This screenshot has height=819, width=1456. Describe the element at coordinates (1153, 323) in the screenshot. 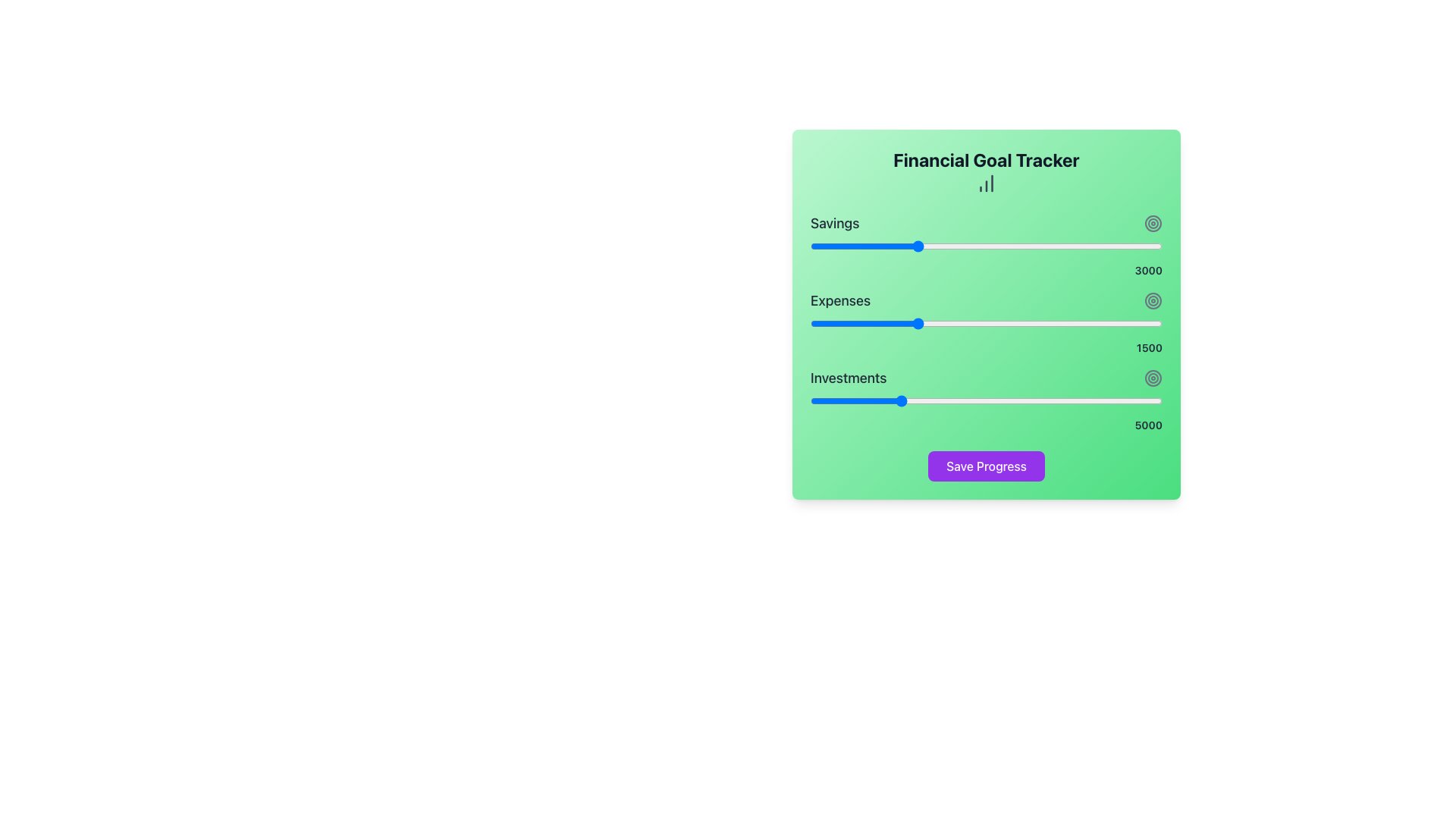

I see `the expense value` at that location.